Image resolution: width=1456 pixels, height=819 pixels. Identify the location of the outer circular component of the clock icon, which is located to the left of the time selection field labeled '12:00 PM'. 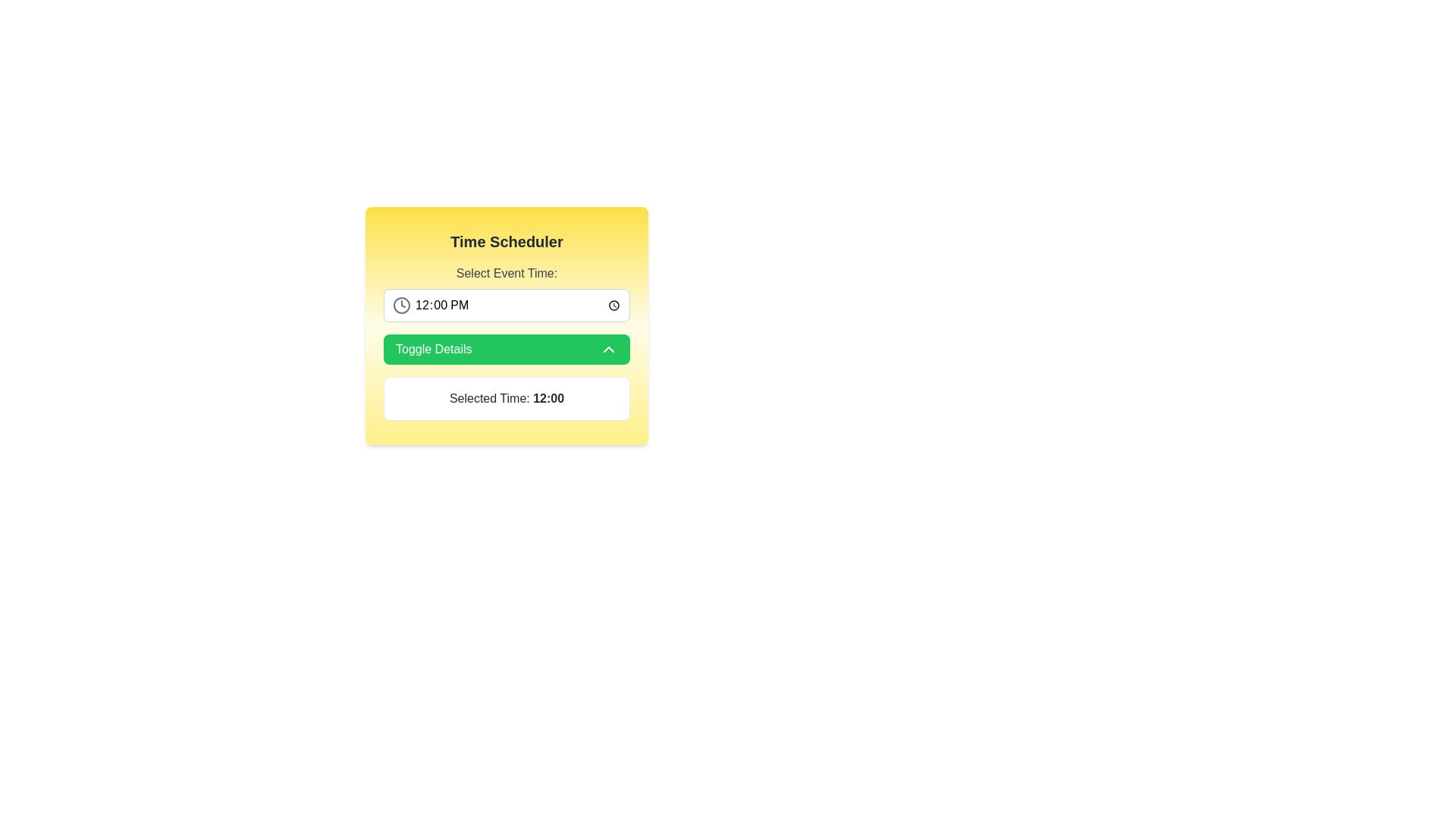
(401, 305).